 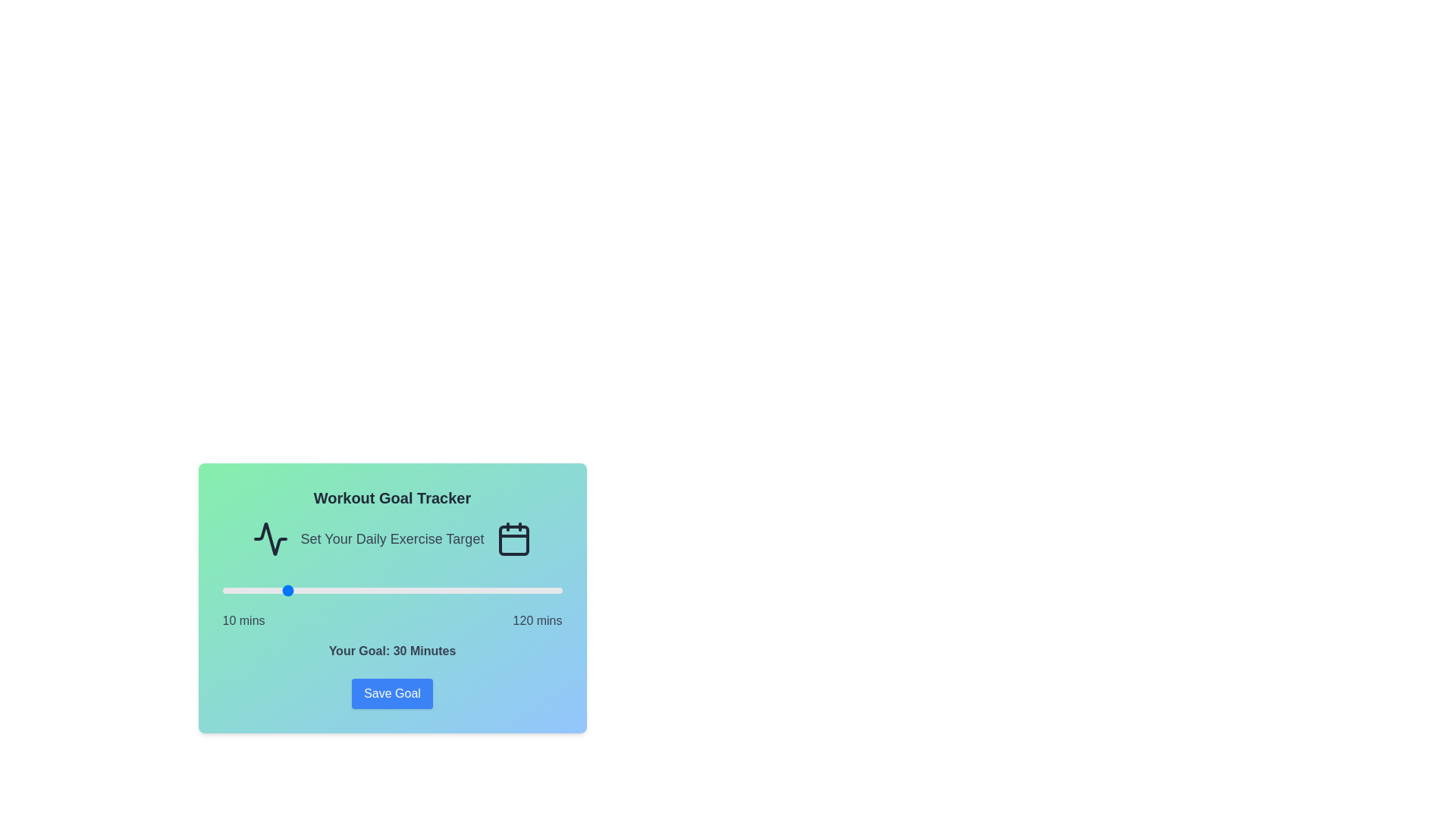 I want to click on the workout goal slider to set the goal to 27 minutes, so click(x=275, y=590).